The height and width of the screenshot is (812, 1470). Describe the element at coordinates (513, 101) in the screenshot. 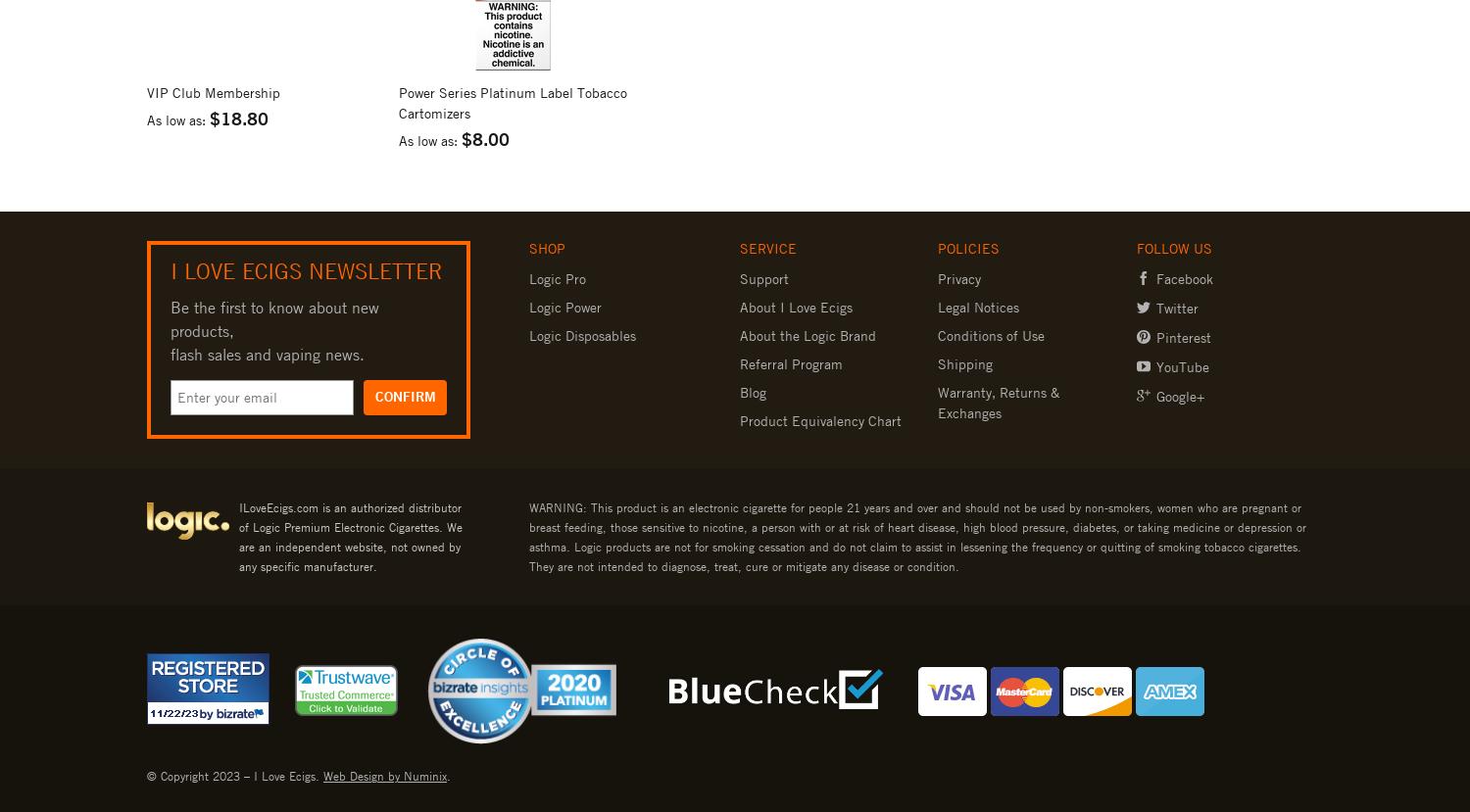

I see `'Power Series Platinum Label Tobacco Cartomizers'` at that location.